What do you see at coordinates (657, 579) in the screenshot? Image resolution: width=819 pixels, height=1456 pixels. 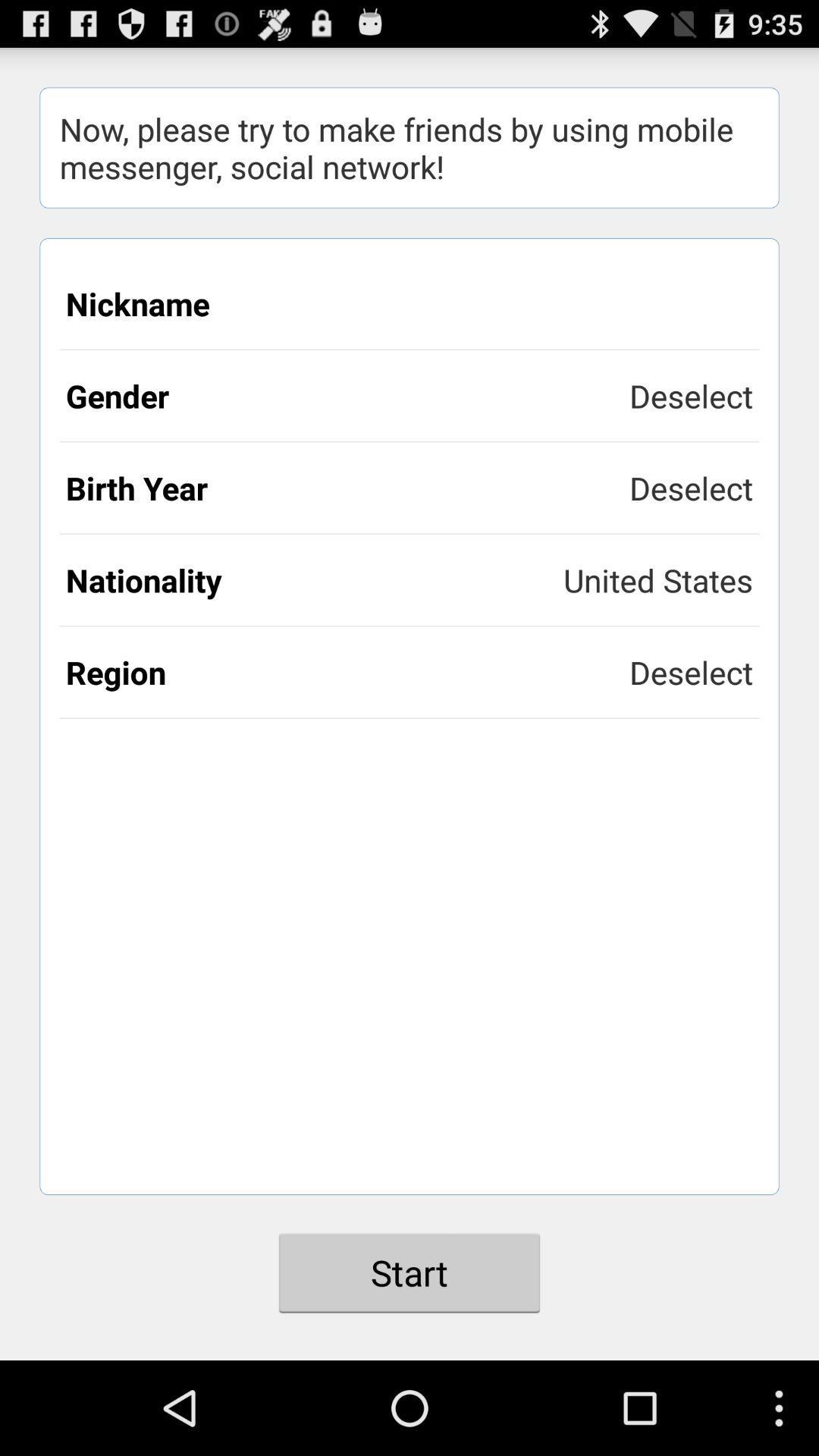 I see `the united states` at bounding box center [657, 579].